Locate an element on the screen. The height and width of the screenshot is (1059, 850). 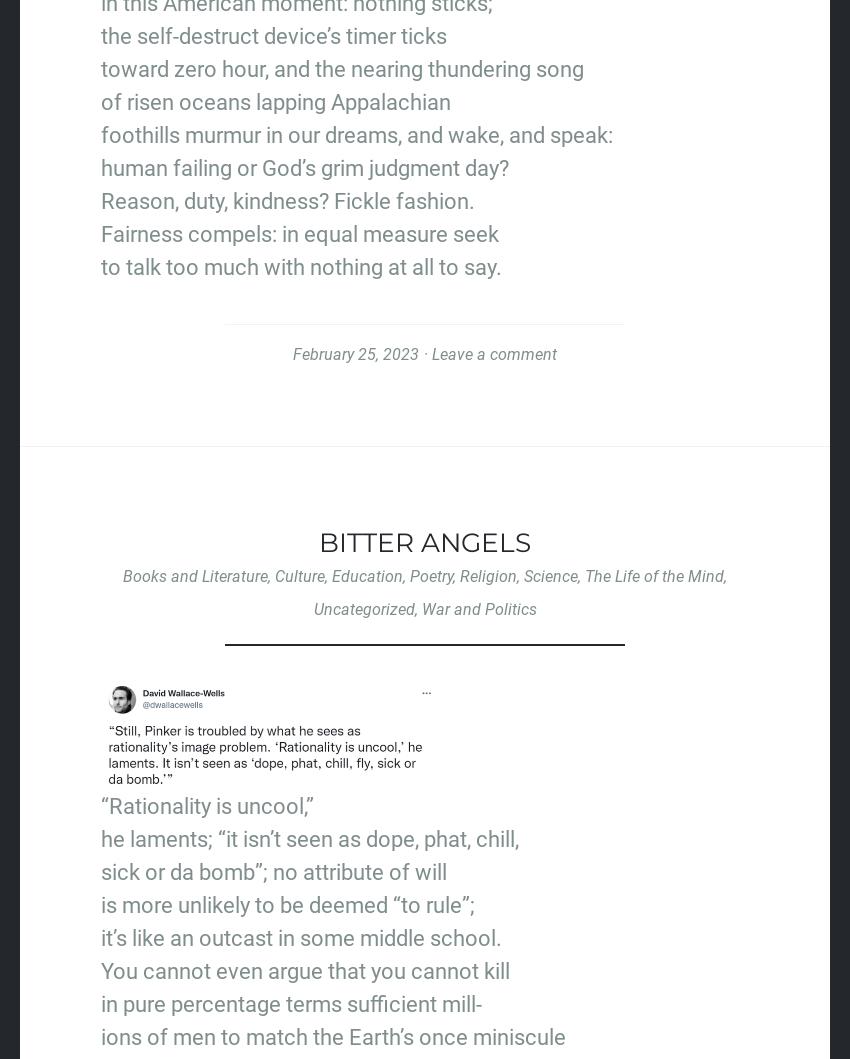
'in pure percentage terms sufficient mill-' is located at coordinates (290, 1002).